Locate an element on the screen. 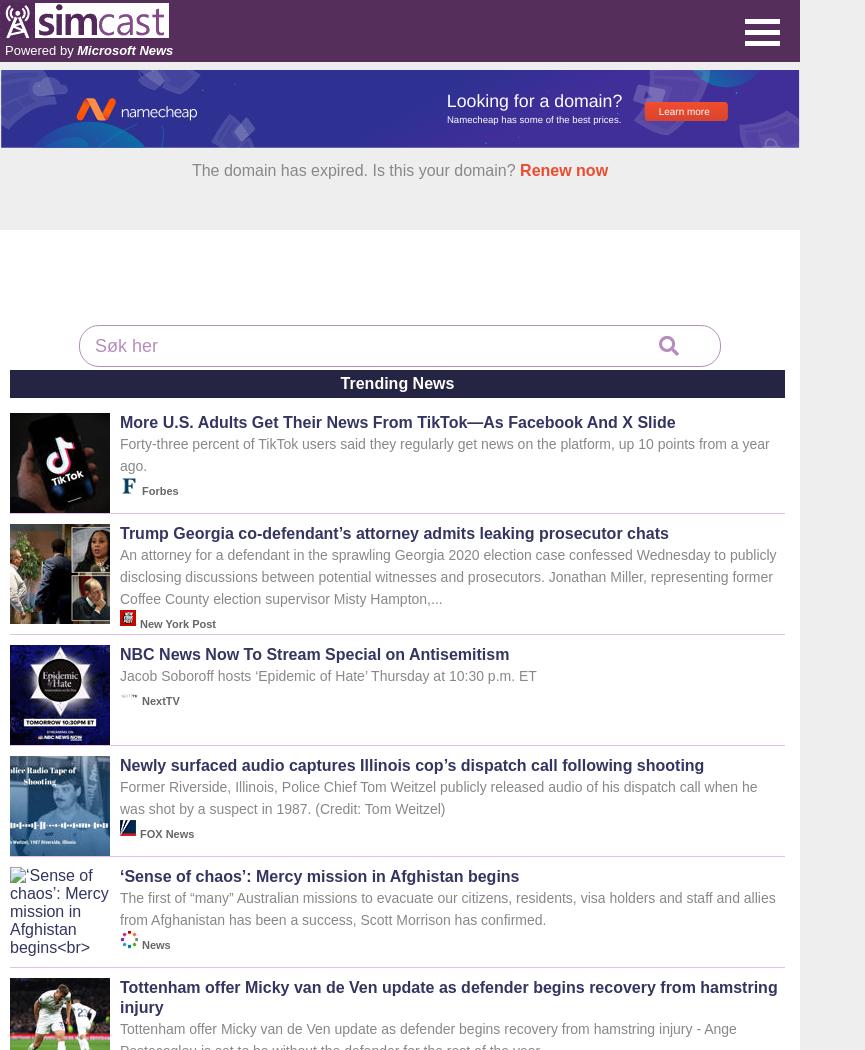  'Trump Georgia co-defendant’s attorney admits leaking prosecutor chats' is located at coordinates (394, 533).